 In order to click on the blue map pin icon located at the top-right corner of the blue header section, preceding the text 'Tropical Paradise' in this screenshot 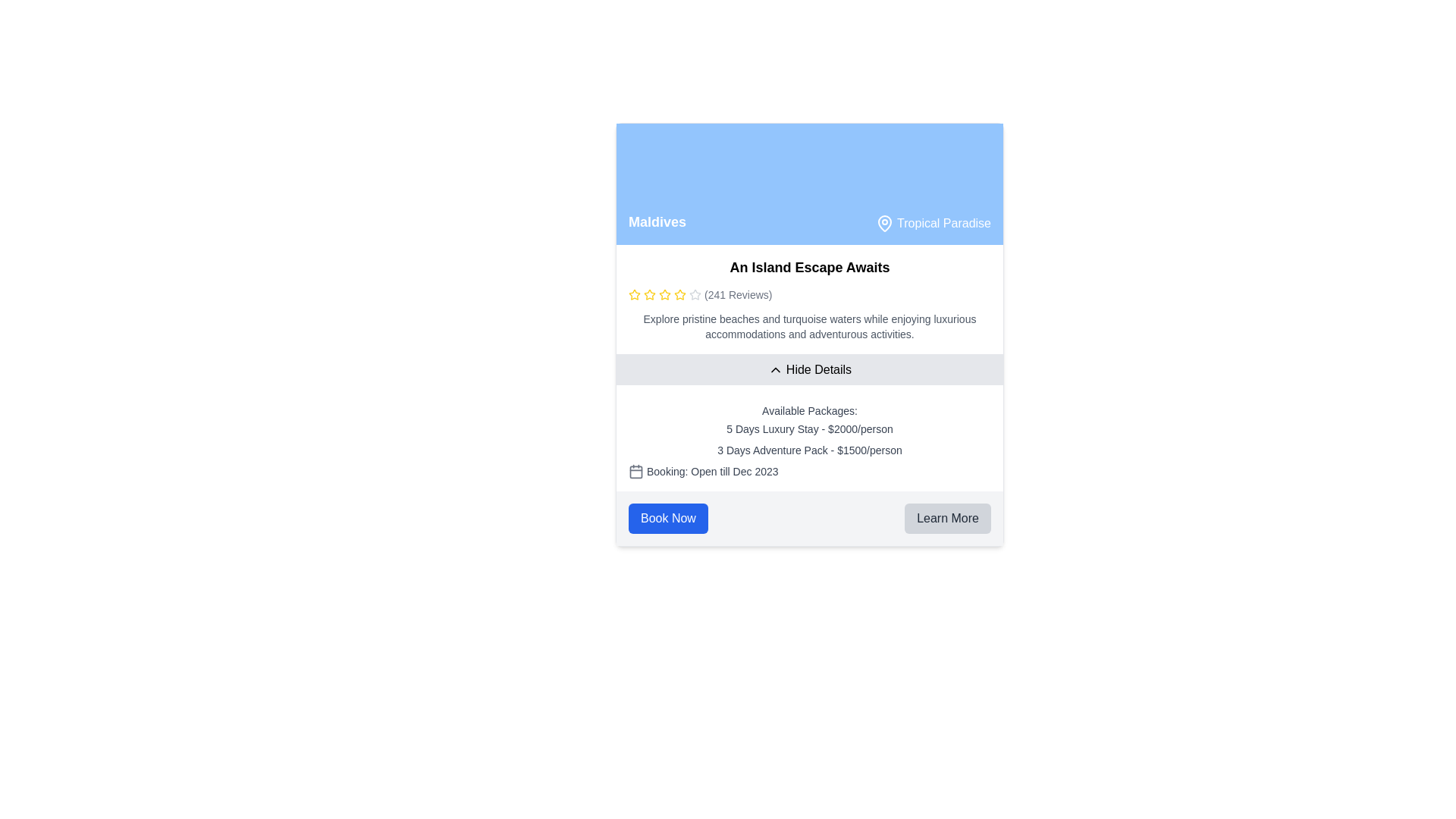, I will do `click(885, 223)`.